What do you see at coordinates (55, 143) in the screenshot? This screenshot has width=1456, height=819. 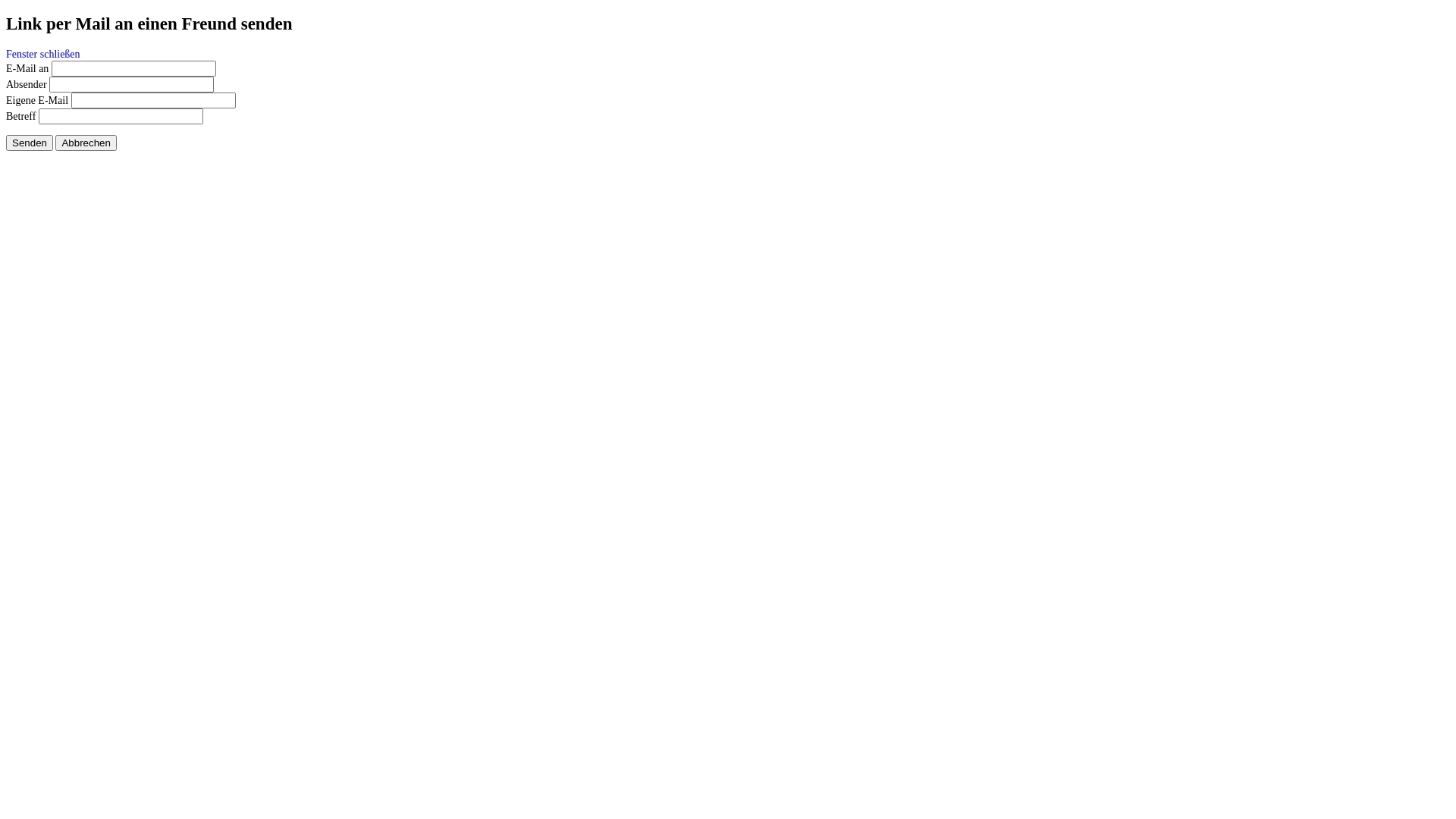 I see `'Abbrechen'` at bounding box center [55, 143].